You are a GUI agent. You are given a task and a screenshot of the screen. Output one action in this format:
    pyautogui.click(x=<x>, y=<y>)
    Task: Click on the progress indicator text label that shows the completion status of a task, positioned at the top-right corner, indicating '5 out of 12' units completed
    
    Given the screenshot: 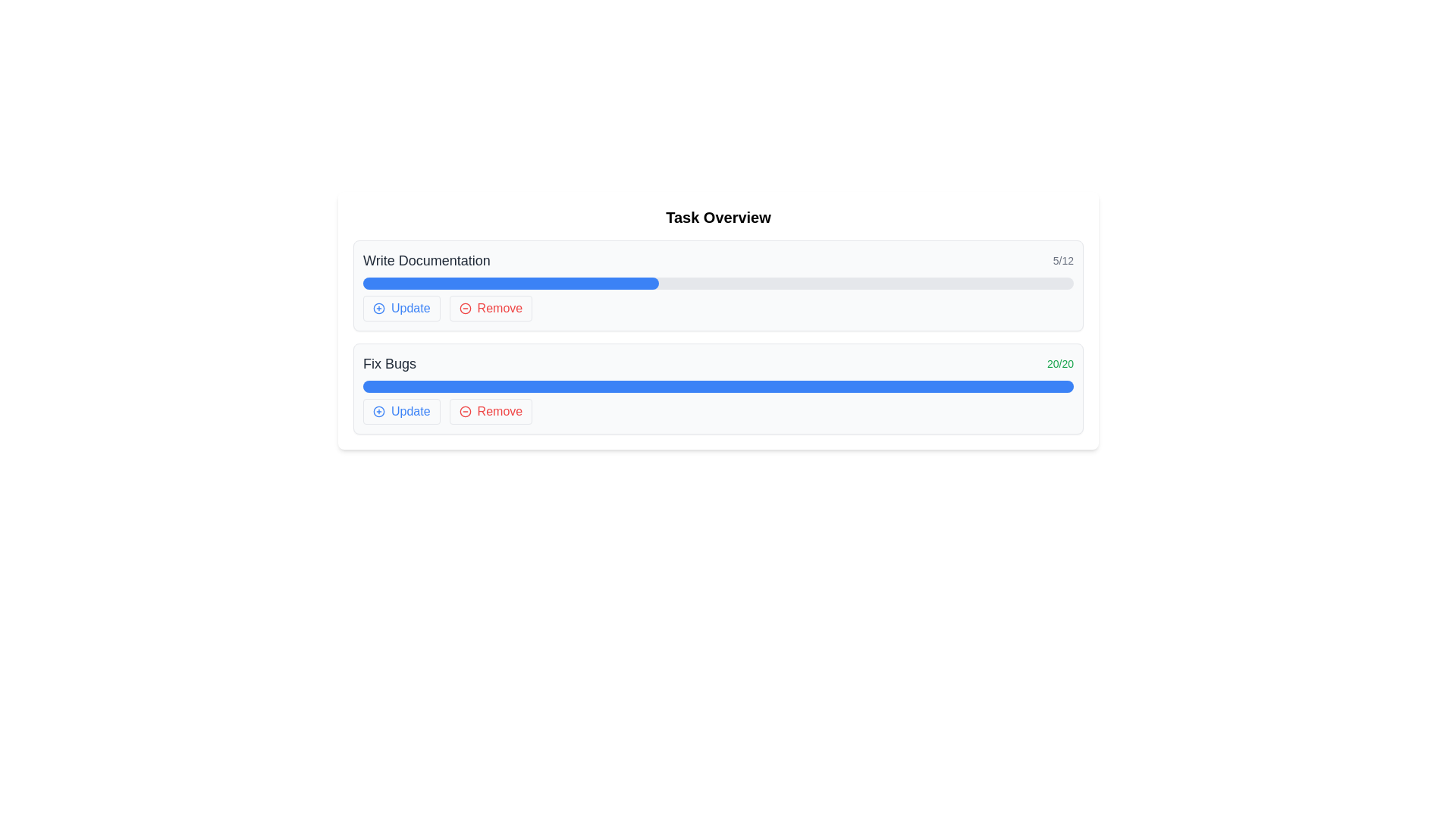 What is the action you would take?
    pyautogui.click(x=1062, y=259)
    